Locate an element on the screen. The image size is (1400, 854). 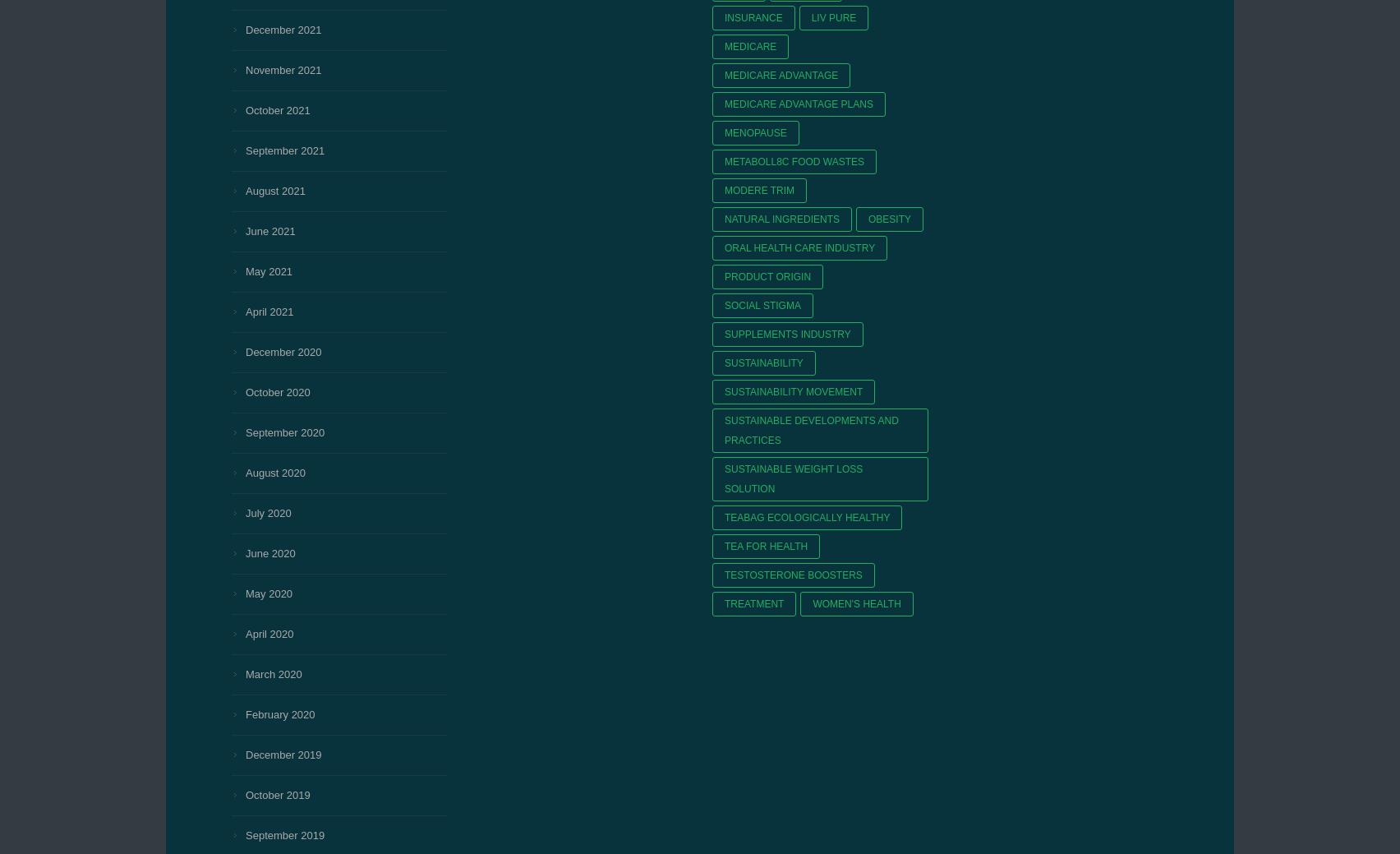
'September 2021' is located at coordinates (283, 150).